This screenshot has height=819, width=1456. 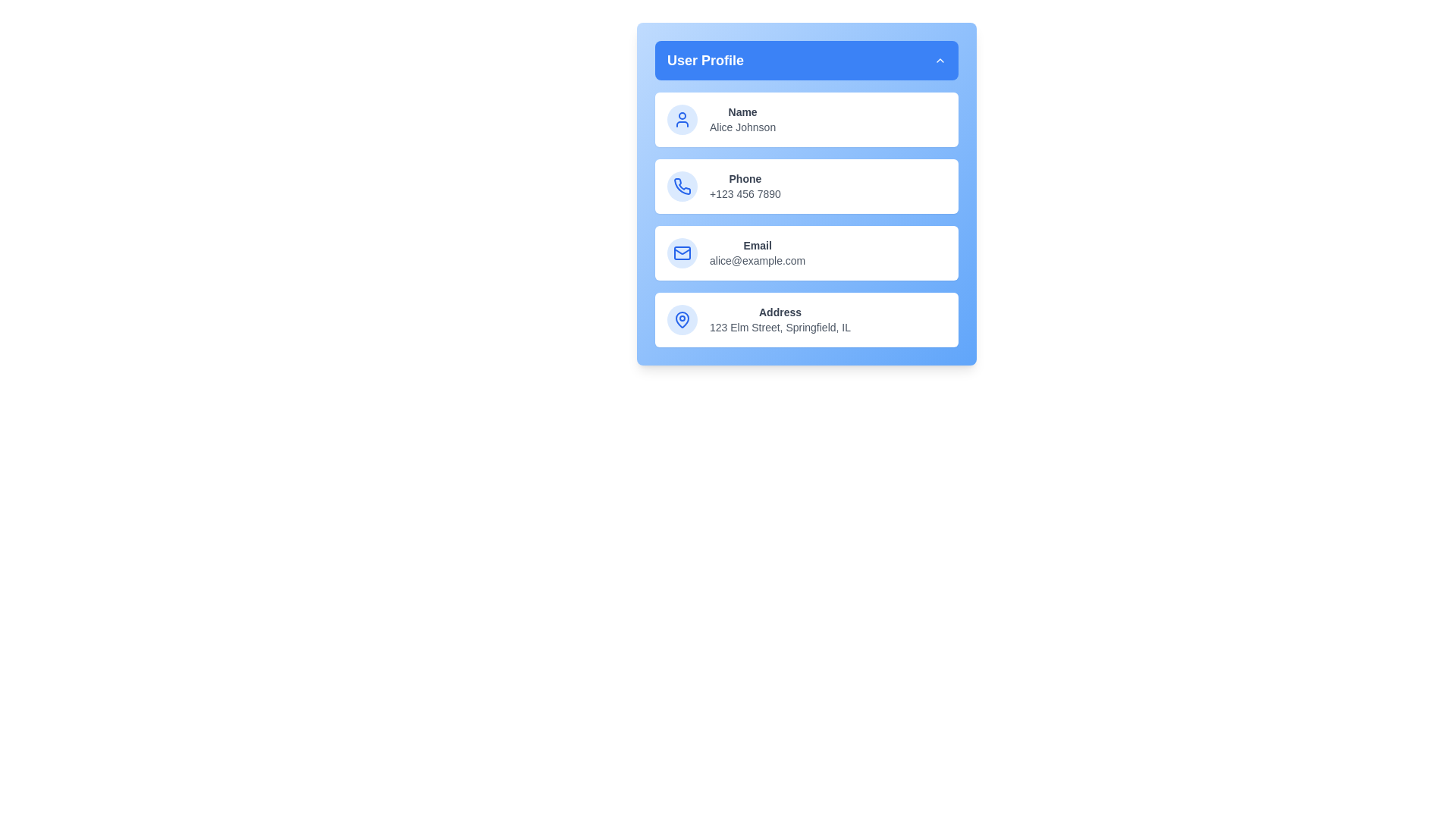 I want to click on the label element that describes the email address in the user profile card, positioned as the third entry above the email address 'alice@example.com', so click(x=758, y=245).